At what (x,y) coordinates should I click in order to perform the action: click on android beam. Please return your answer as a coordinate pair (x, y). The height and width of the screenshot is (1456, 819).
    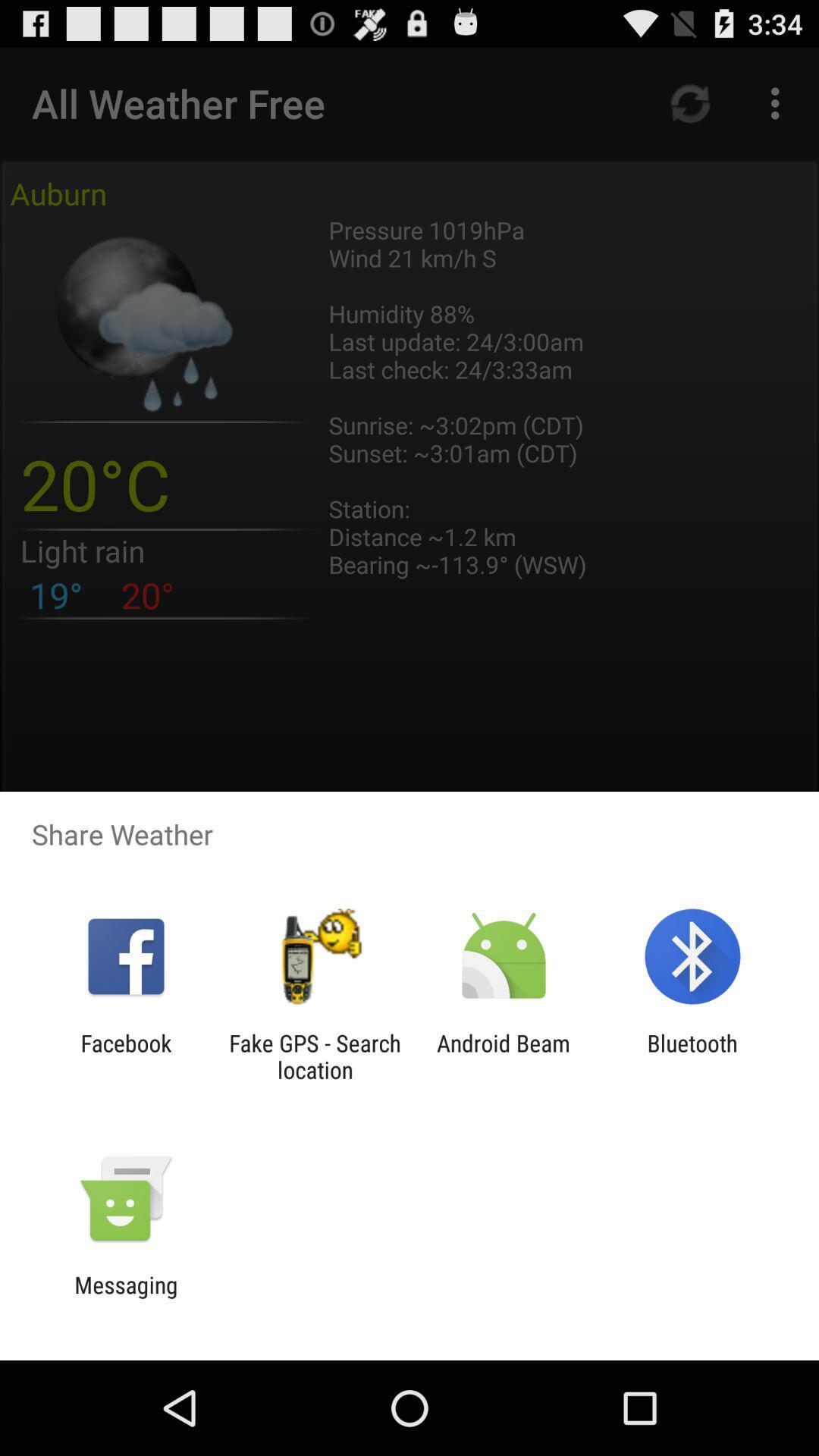
    Looking at the image, I should click on (504, 1056).